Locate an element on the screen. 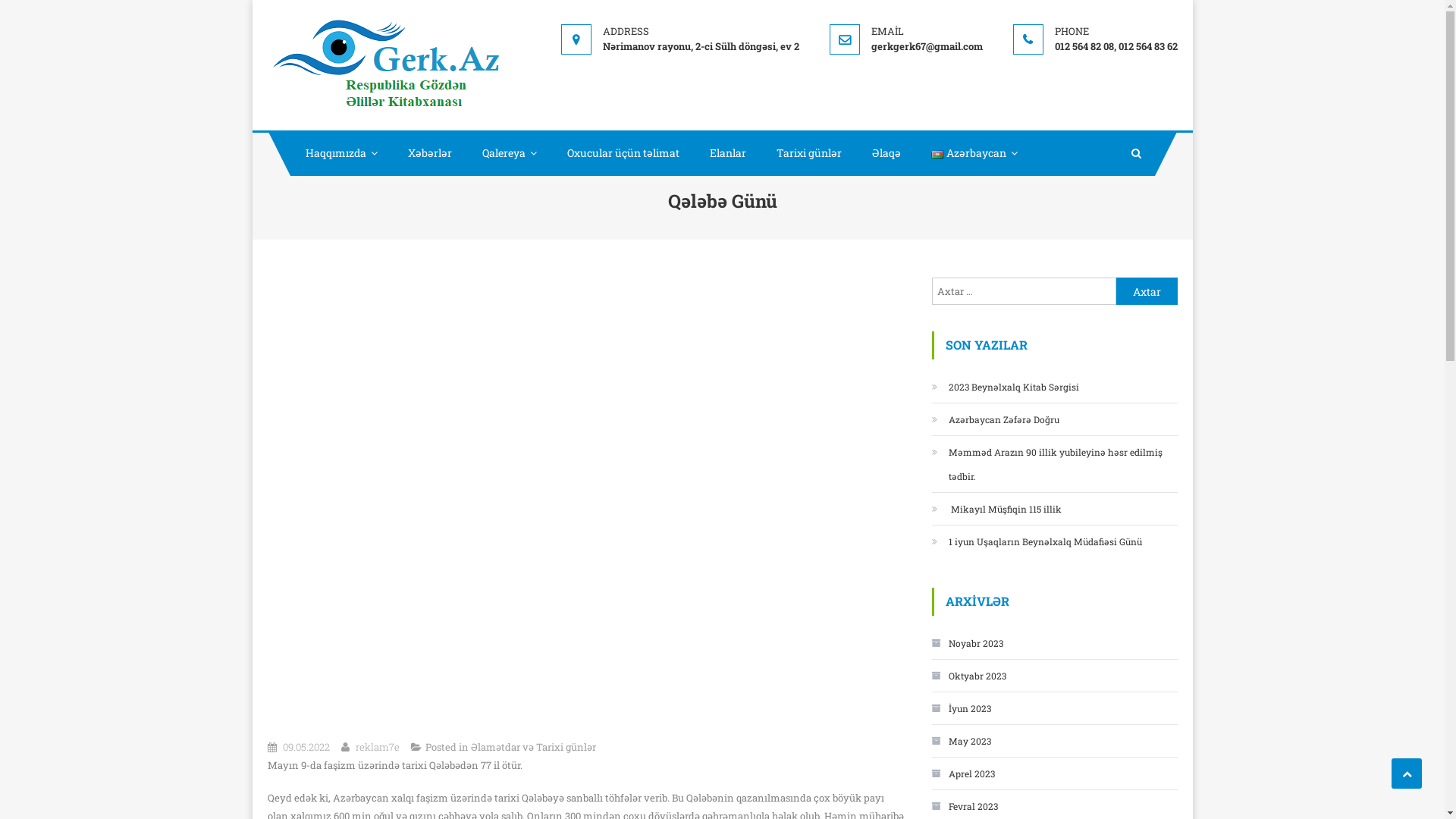 This screenshot has height=819, width=1456. 'Elanlar' is located at coordinates (694, 152).